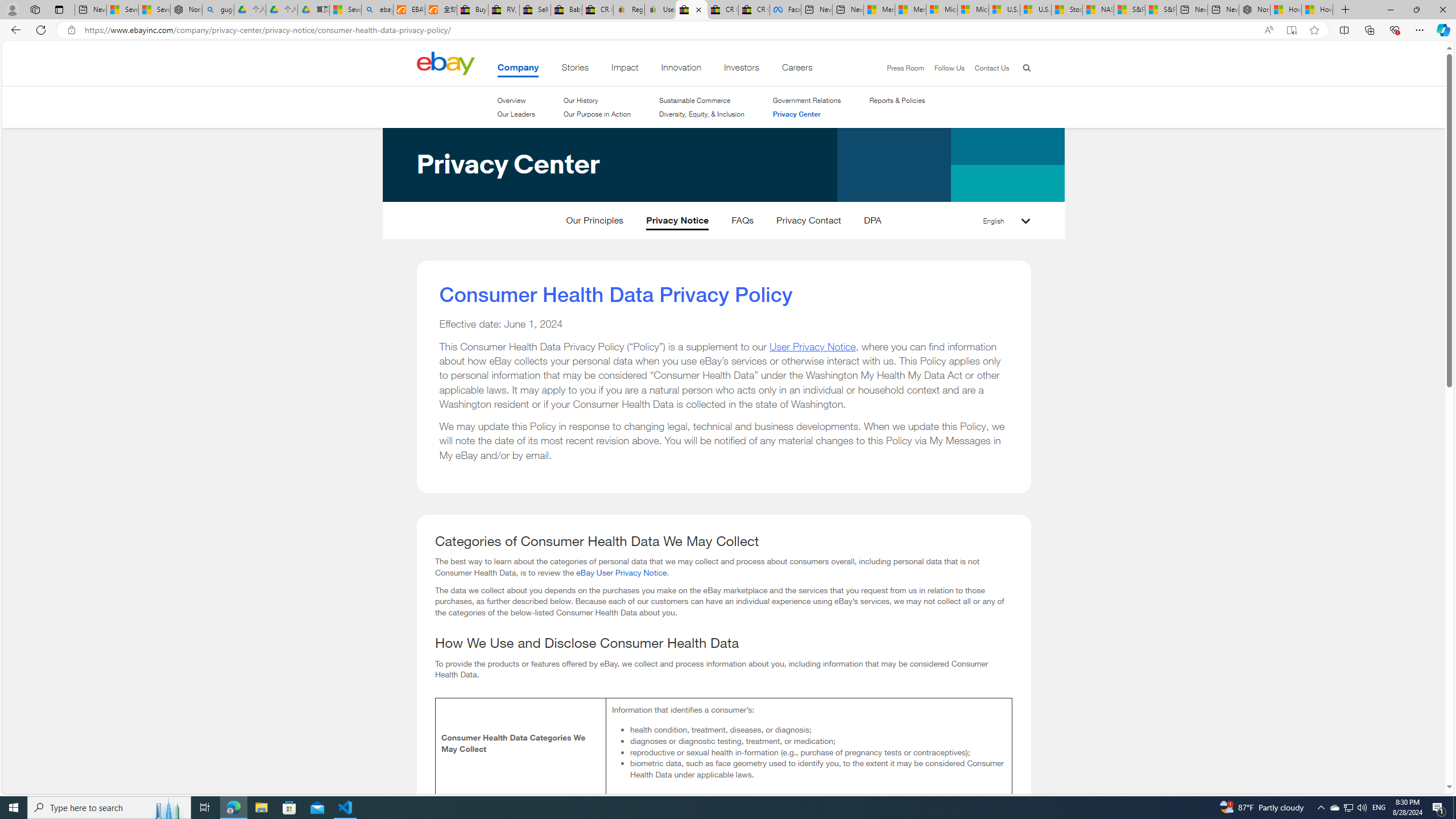  Describe the element at coordinates (628, 9) in the screenshot. I see `'Register: Create a personal eBay account'` at that location.